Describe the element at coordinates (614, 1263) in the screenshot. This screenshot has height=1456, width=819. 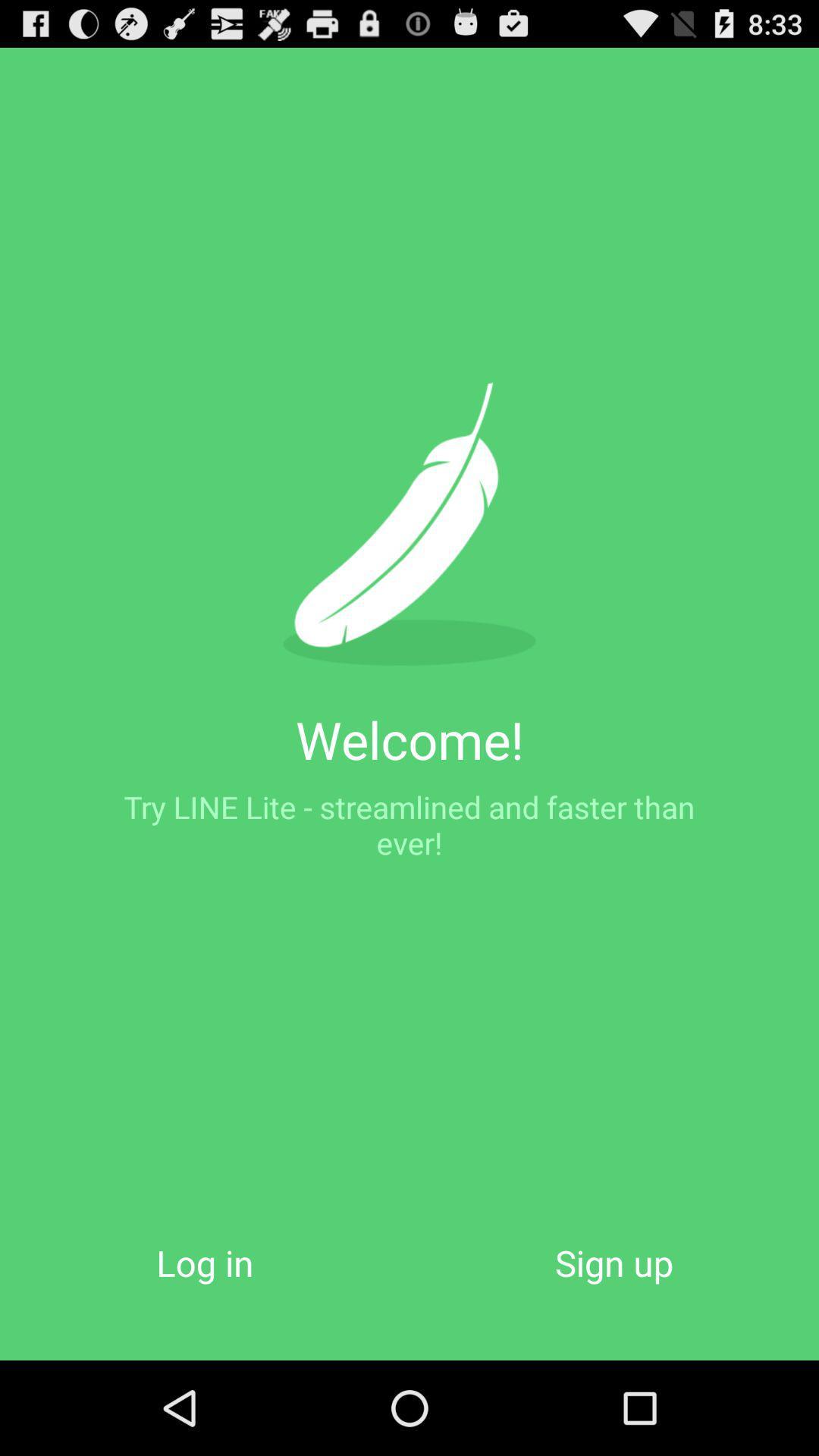
I see `the sign up icon` at that location.